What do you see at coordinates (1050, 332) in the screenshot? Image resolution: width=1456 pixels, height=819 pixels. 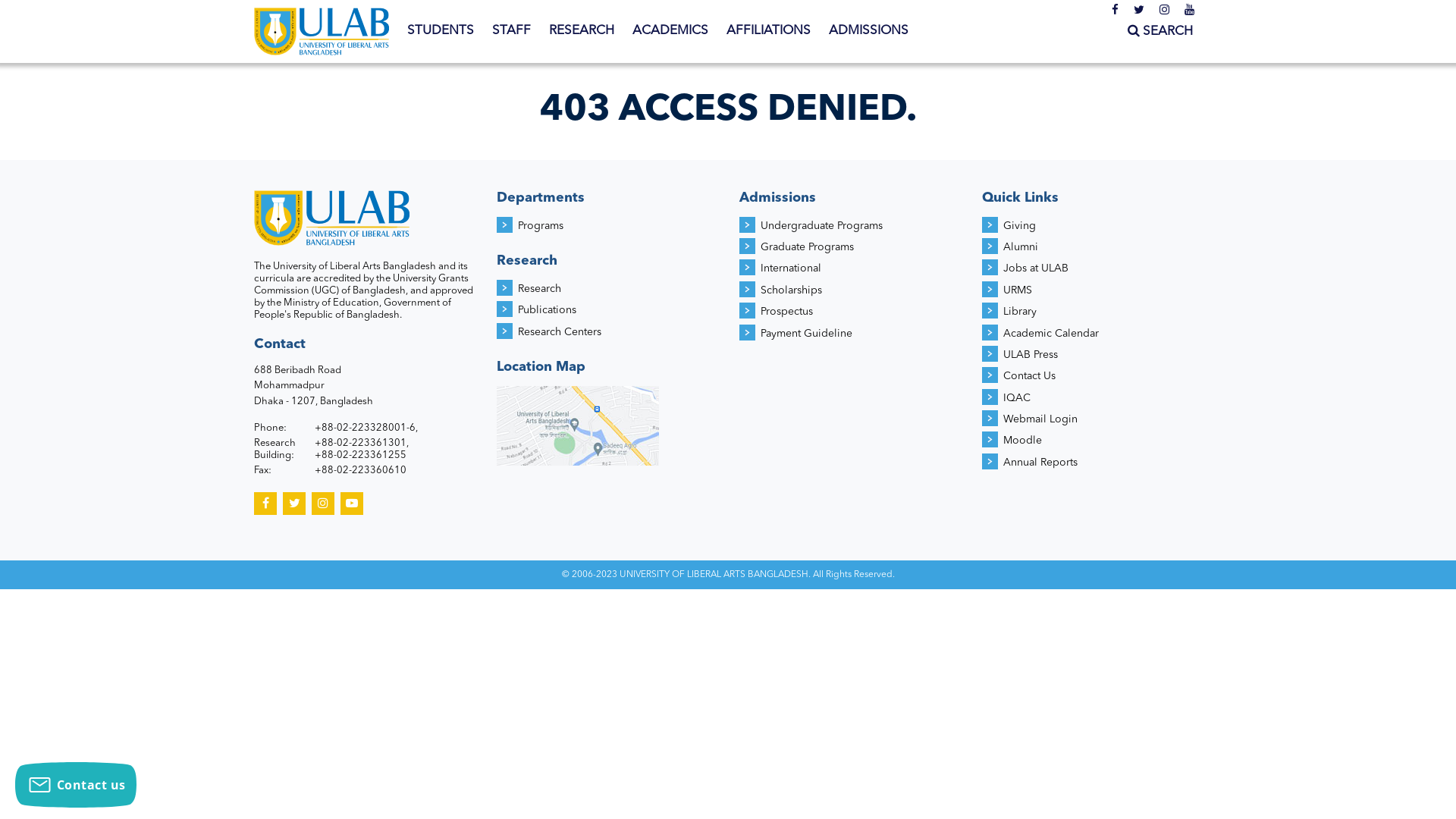 I see `'Academic Calendar'` at bounding box center [1050, 332].